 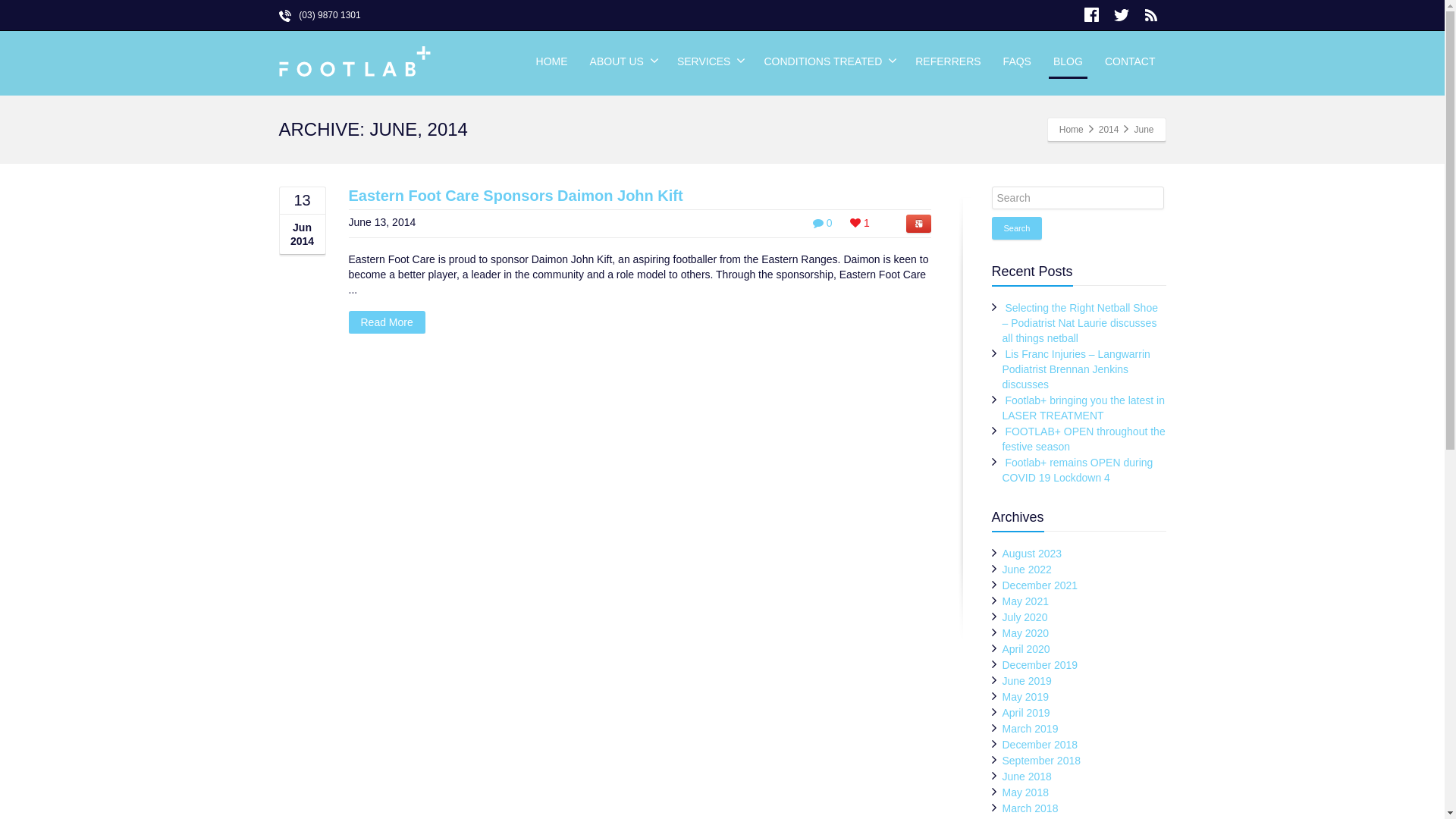 I want to click on 'Home', so click(x=1070, y=128).